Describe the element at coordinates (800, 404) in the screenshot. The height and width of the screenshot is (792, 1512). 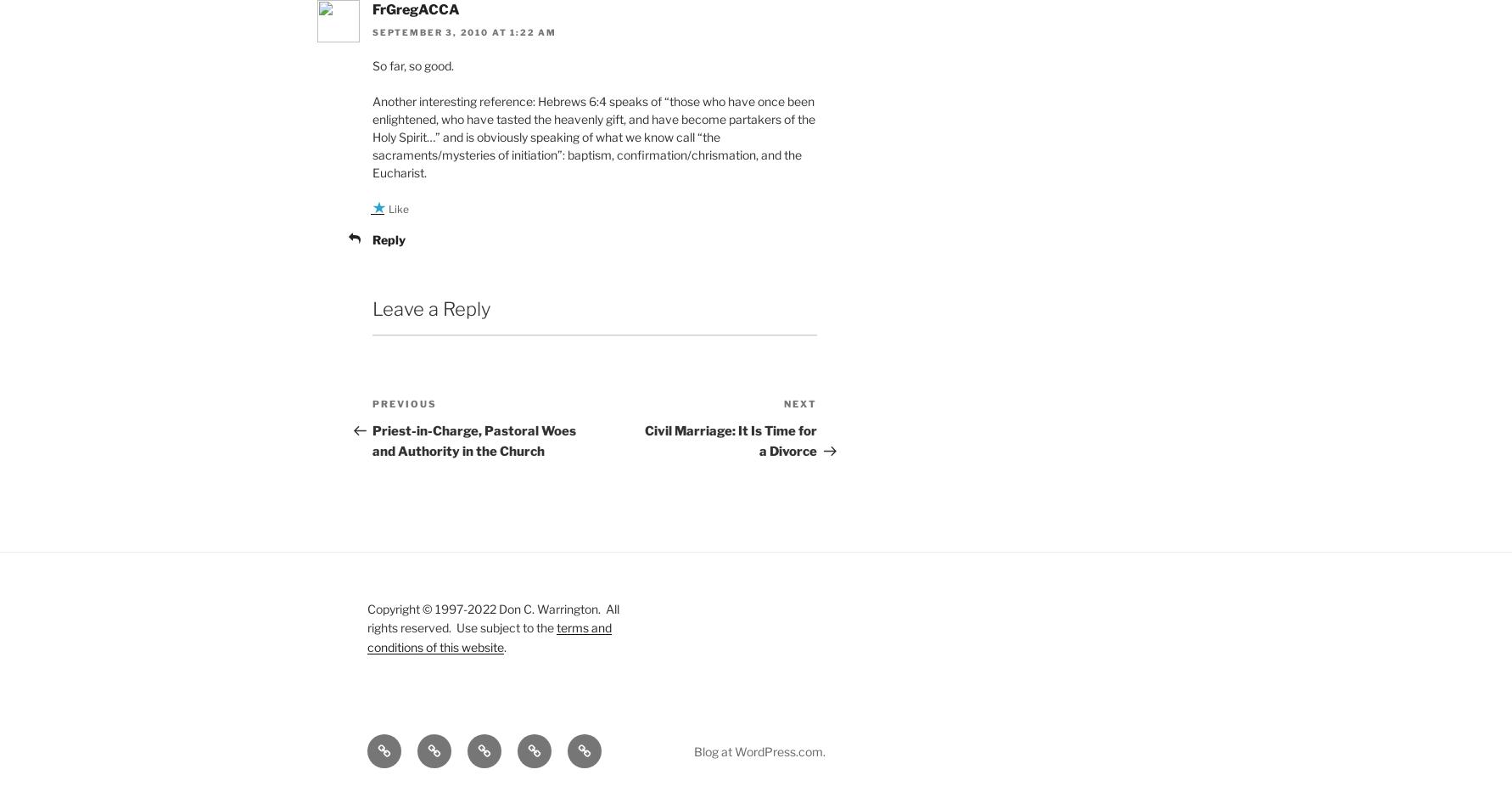
I see `'Next'` at that location.